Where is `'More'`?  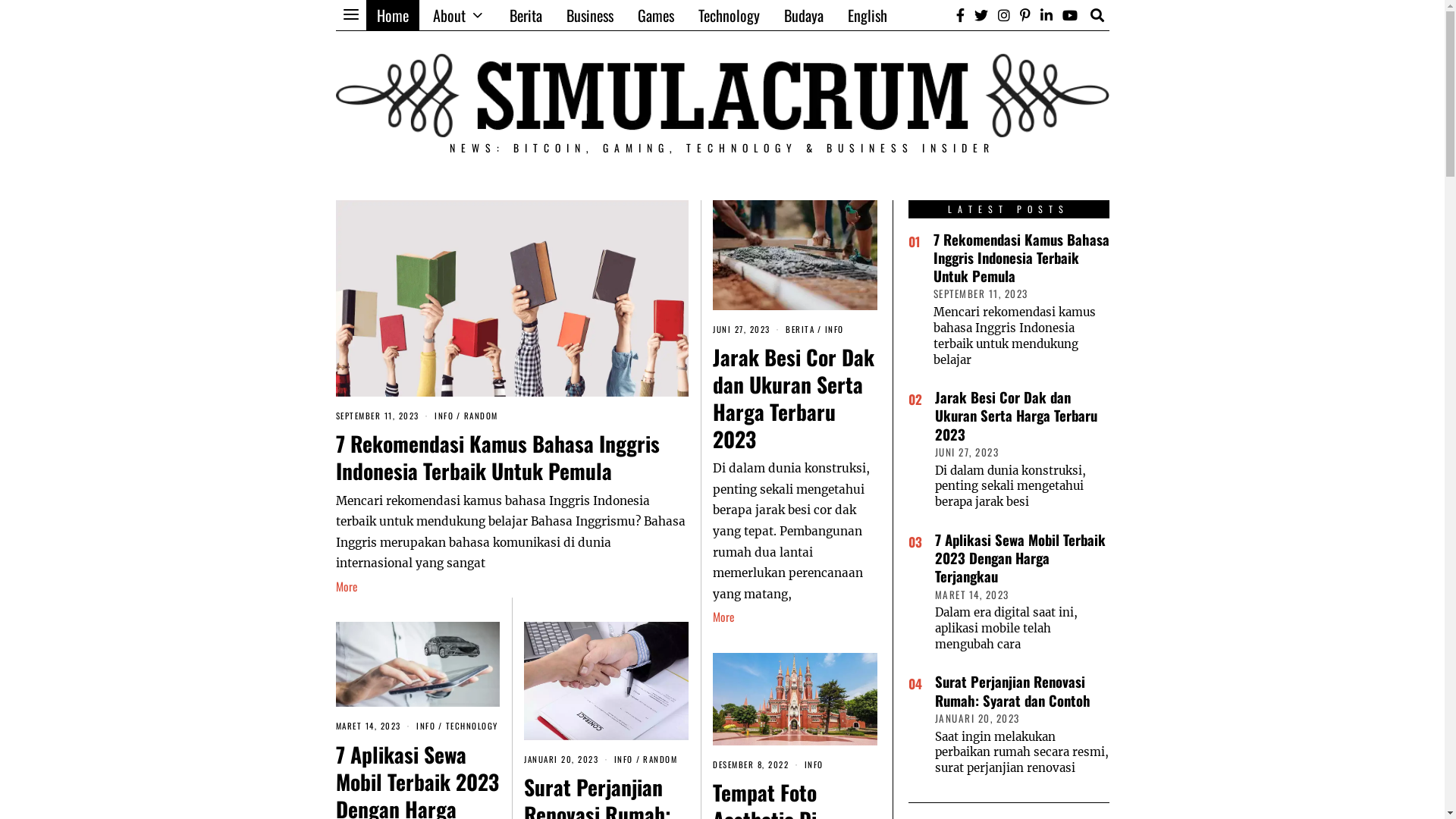
'More' is located at coordinates (723, 617).